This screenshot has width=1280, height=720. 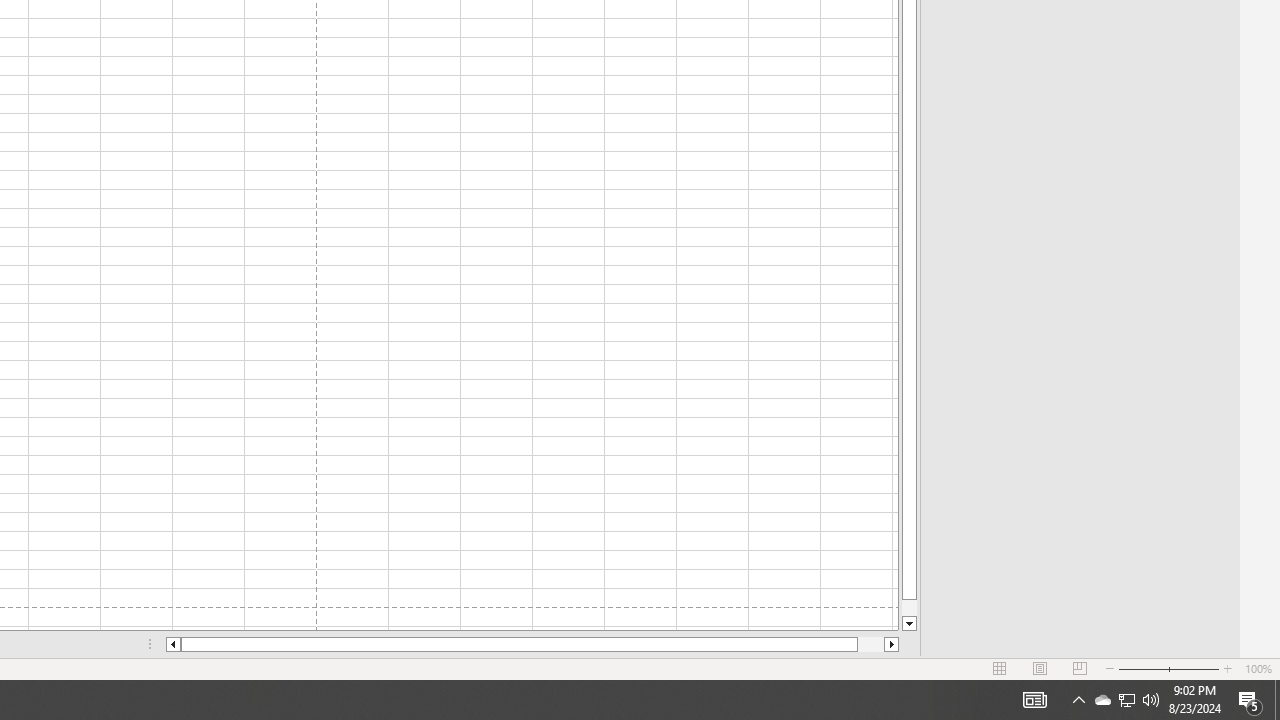 What do you see at coordinates (1143, 669) in the screenshot?
I see `'Zoom Out'` at bounding box center [1143, 669].